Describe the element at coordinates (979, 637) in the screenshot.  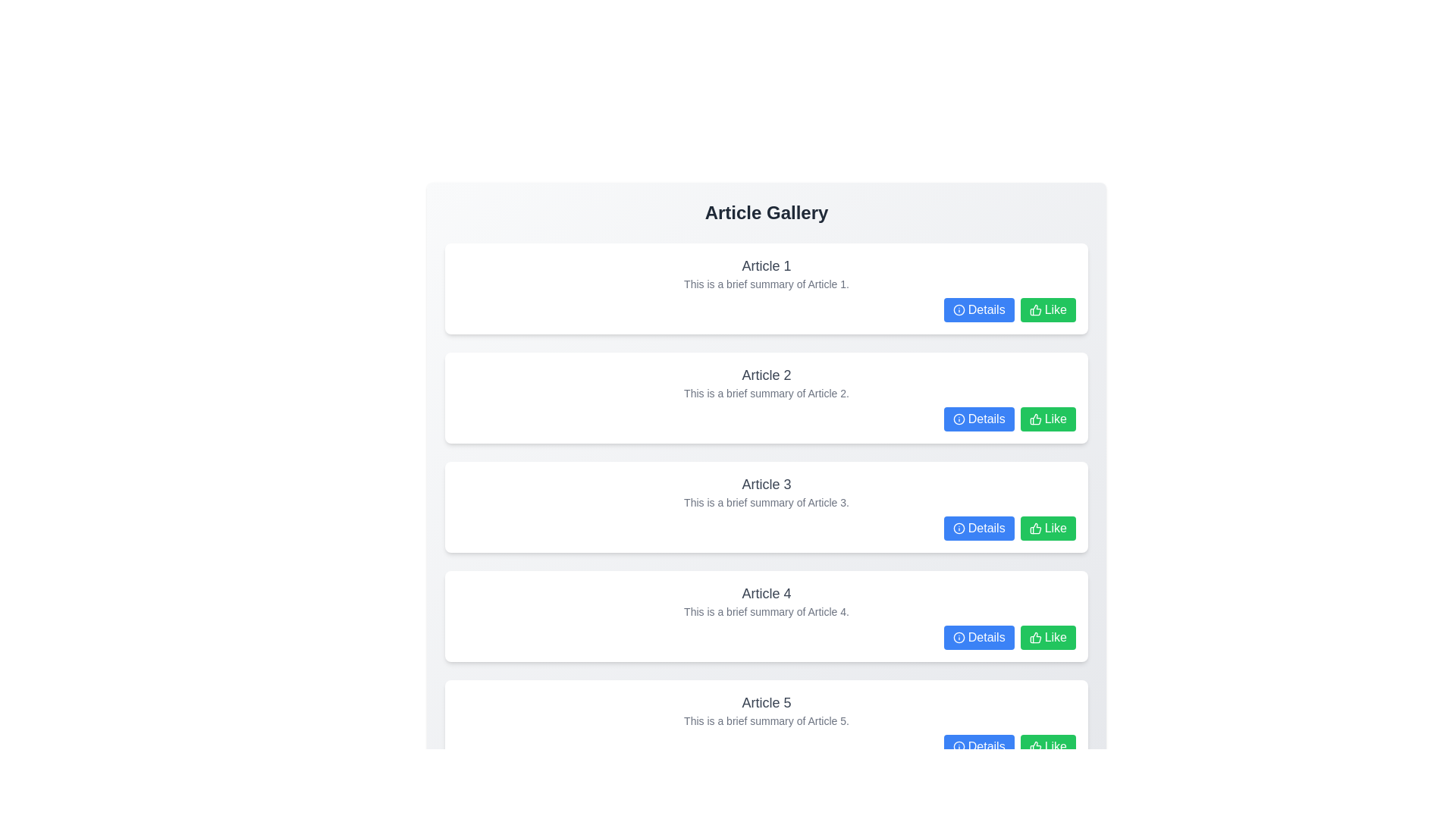
I see `the blue rounded rectangle button labeled 'Details' with an information icon on the left` at that location.